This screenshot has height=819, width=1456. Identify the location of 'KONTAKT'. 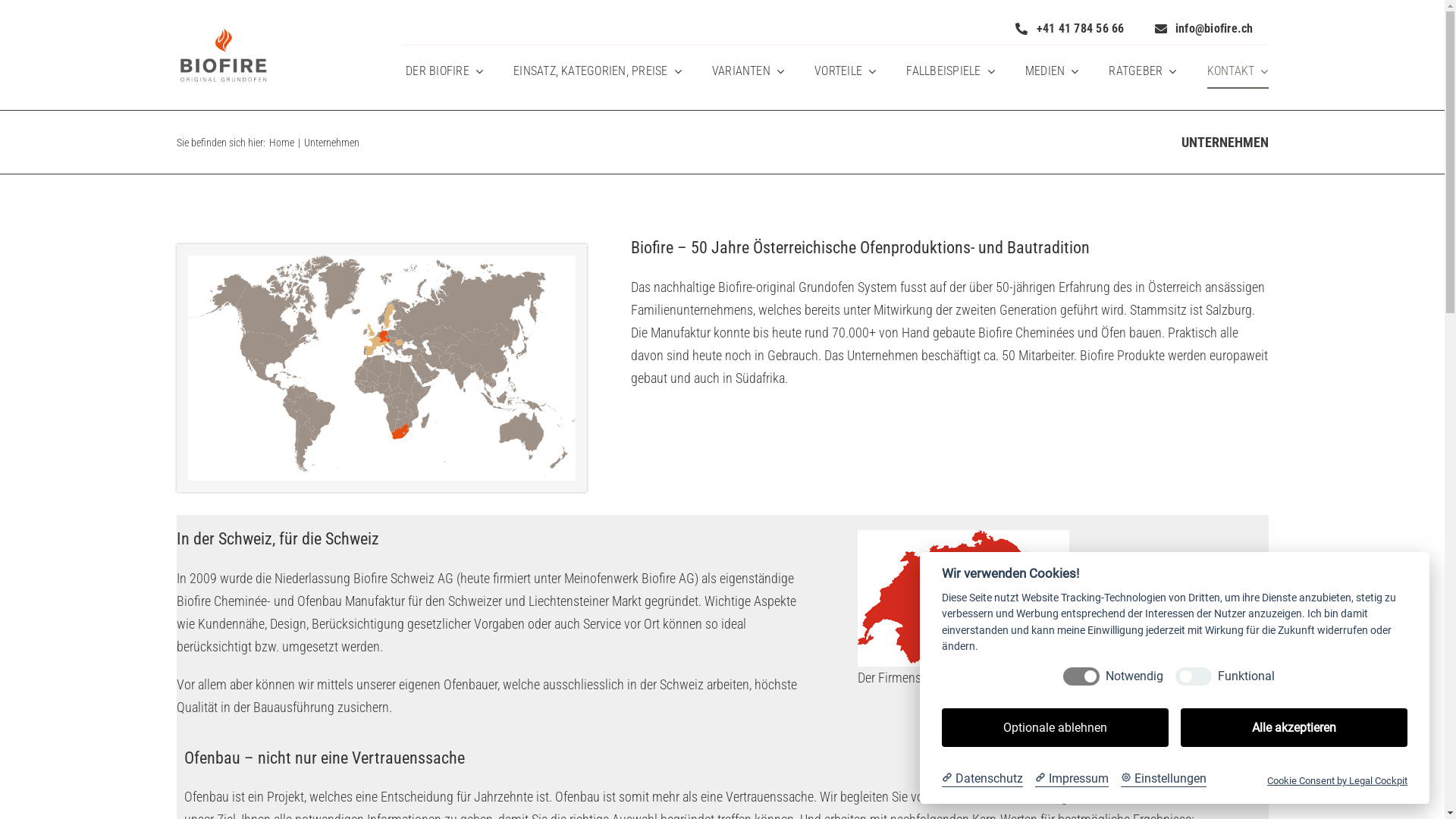
(1238, 71).